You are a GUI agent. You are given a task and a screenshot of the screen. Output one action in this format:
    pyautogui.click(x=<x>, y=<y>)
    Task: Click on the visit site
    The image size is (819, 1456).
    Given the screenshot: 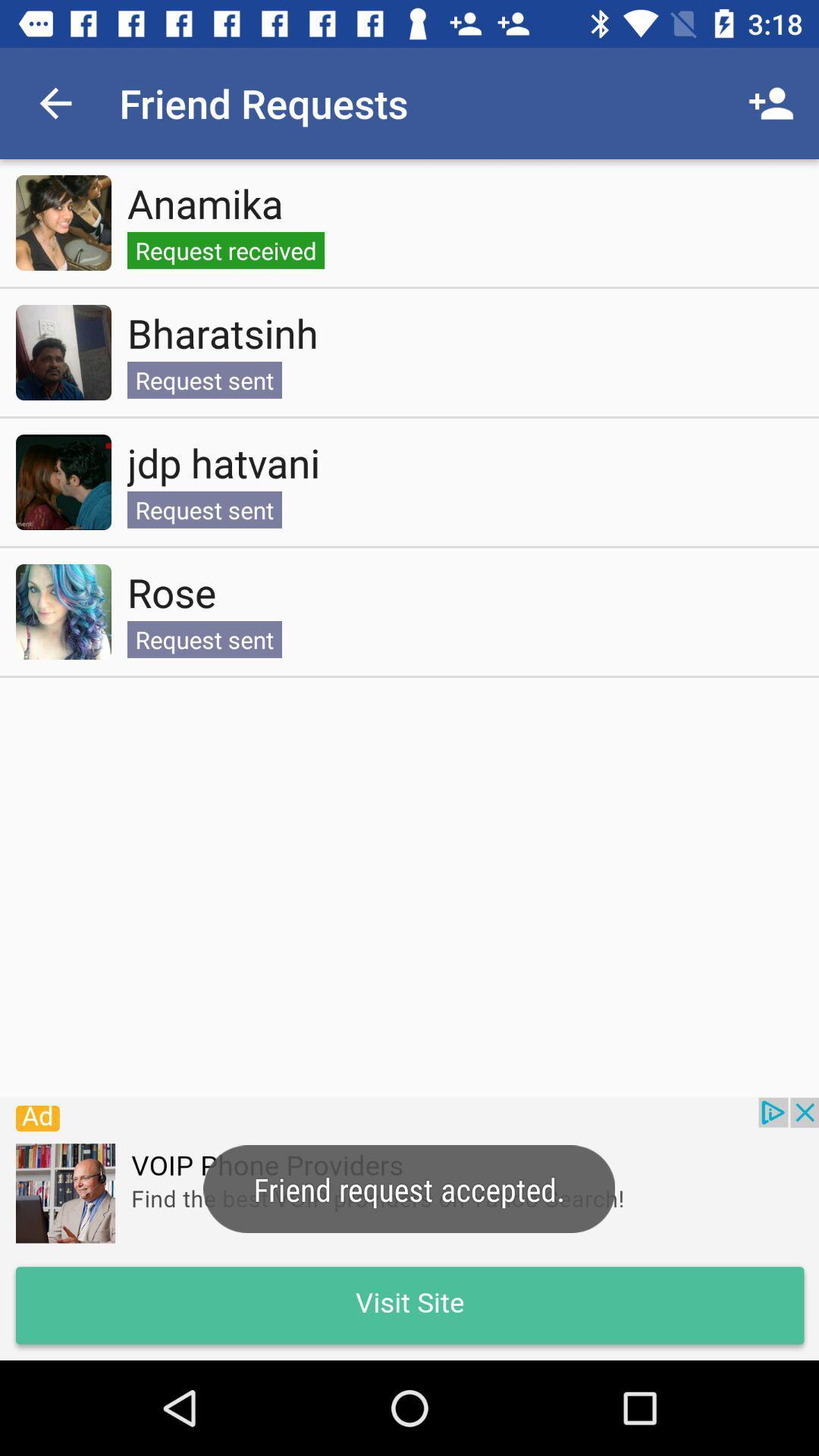 What is the action you would take?
    pyautogui.click(x=409, y=1228)
    